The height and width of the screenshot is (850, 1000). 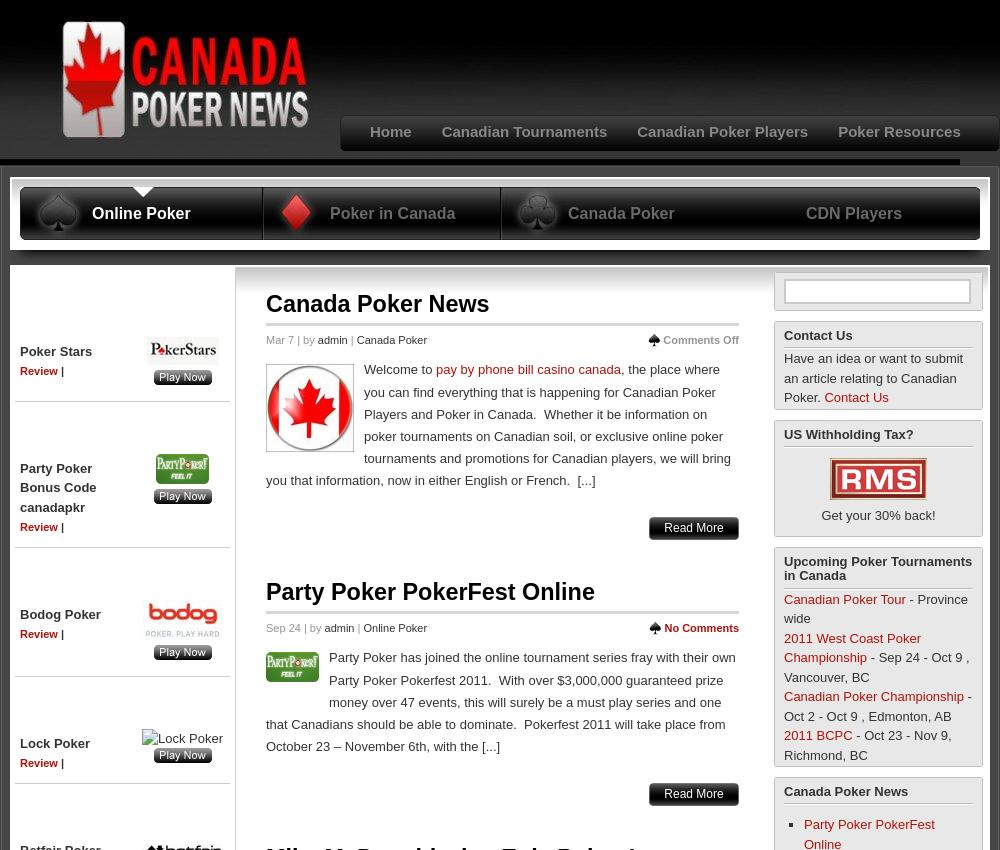 I want to click on 'Poker Stars', so click(x=56, y=349).